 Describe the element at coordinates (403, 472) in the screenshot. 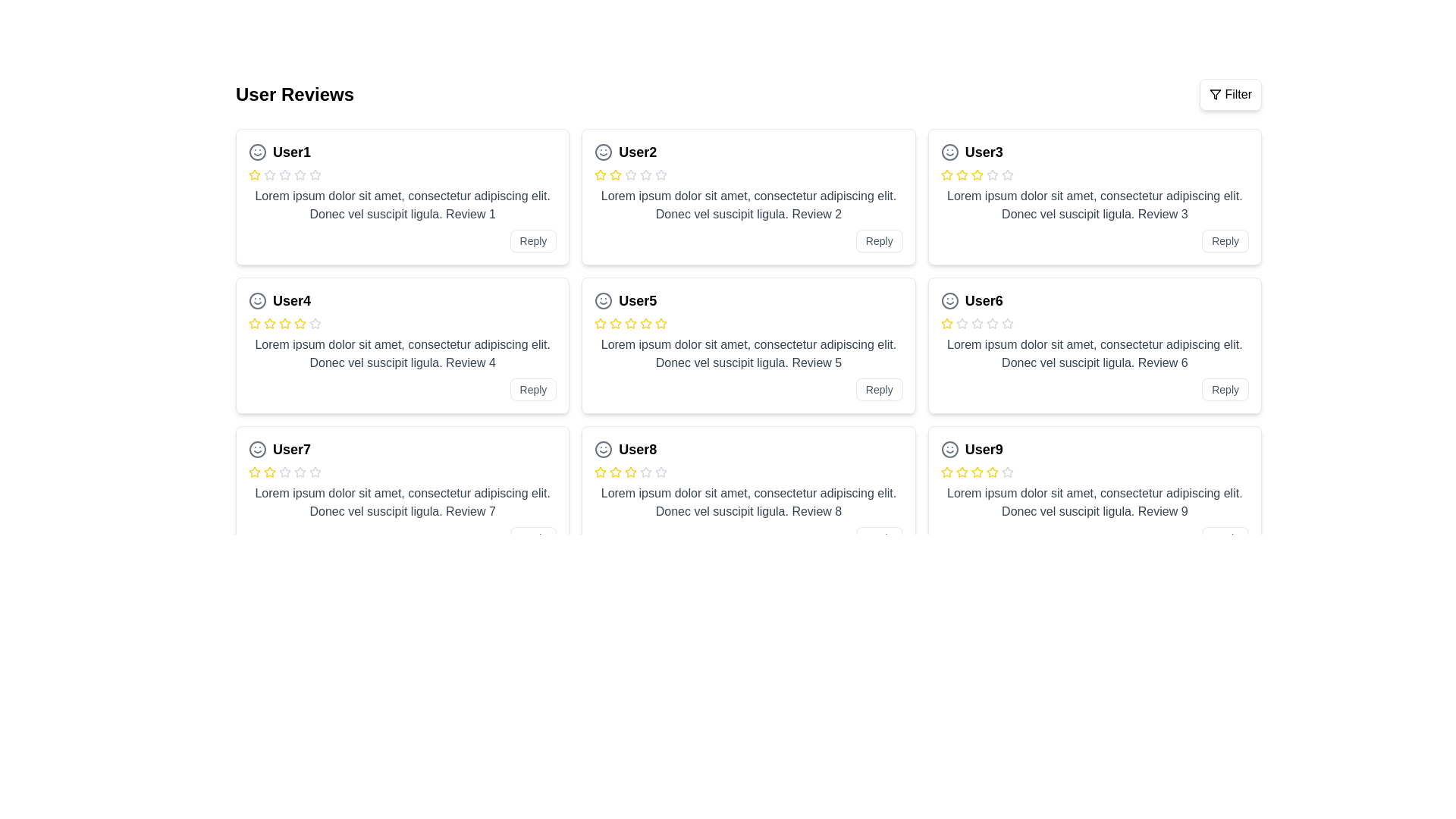

I see `the stars in the Rating display component for 'User7' to change the rating` at that location.